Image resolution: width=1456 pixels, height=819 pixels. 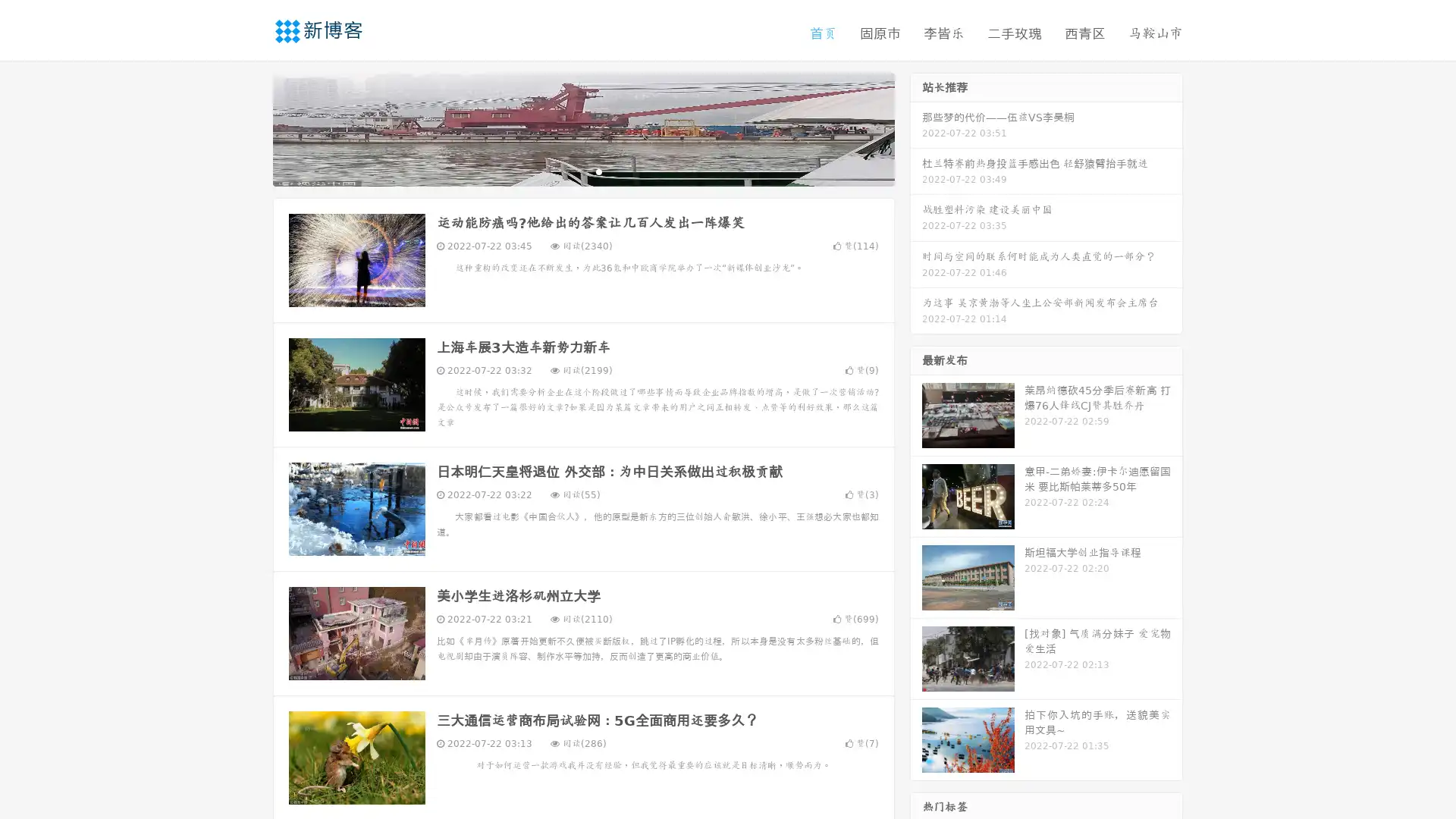 I want to click on Go to slide 1, so click(x=567, y=171).